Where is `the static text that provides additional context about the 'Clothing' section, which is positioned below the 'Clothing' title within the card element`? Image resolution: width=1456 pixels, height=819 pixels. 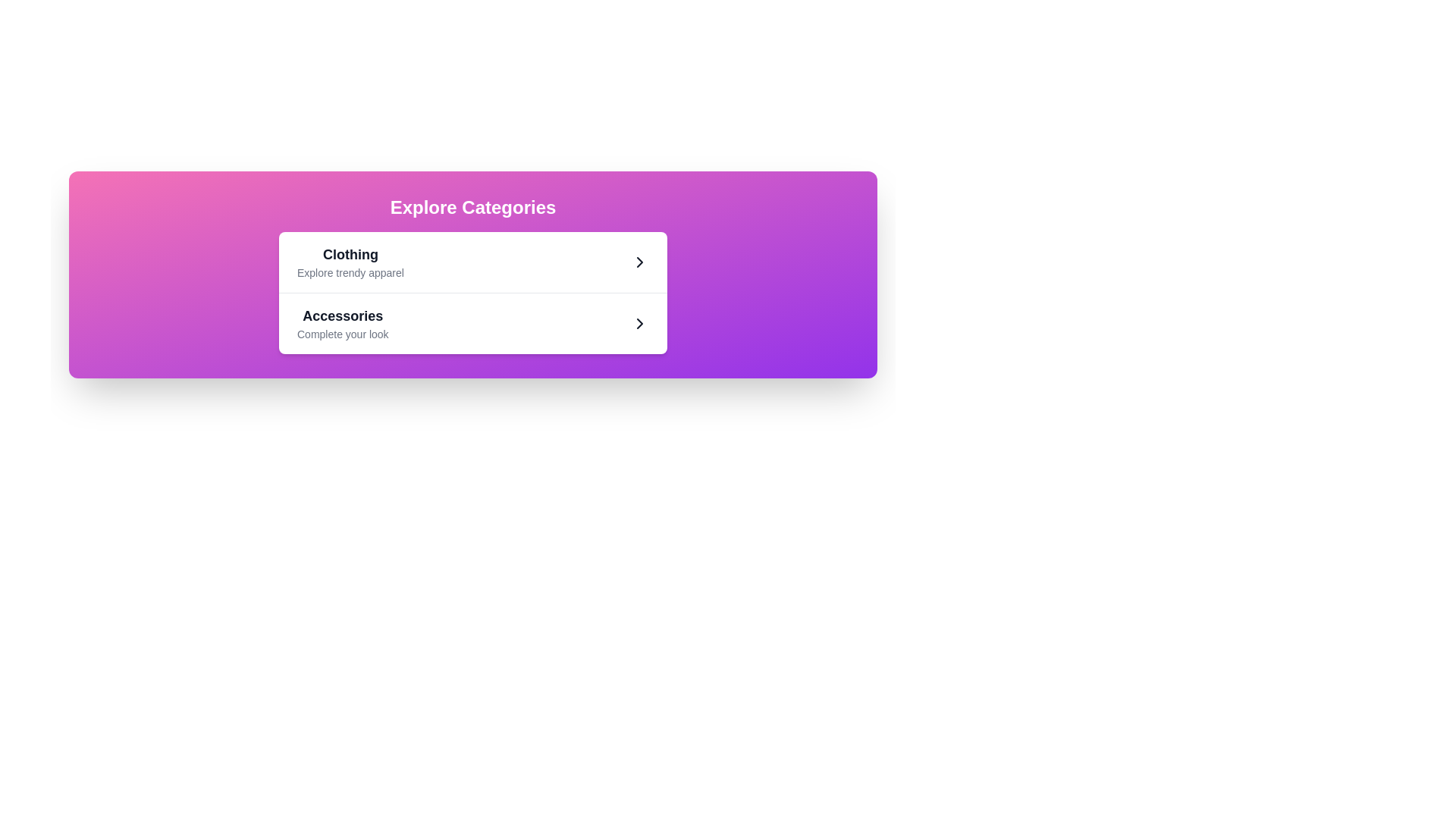
the static text that provides additional context about the 'Clothing' section, which is positioned below the 'Clothing' title within the card element is located at coordinates (350, 271).